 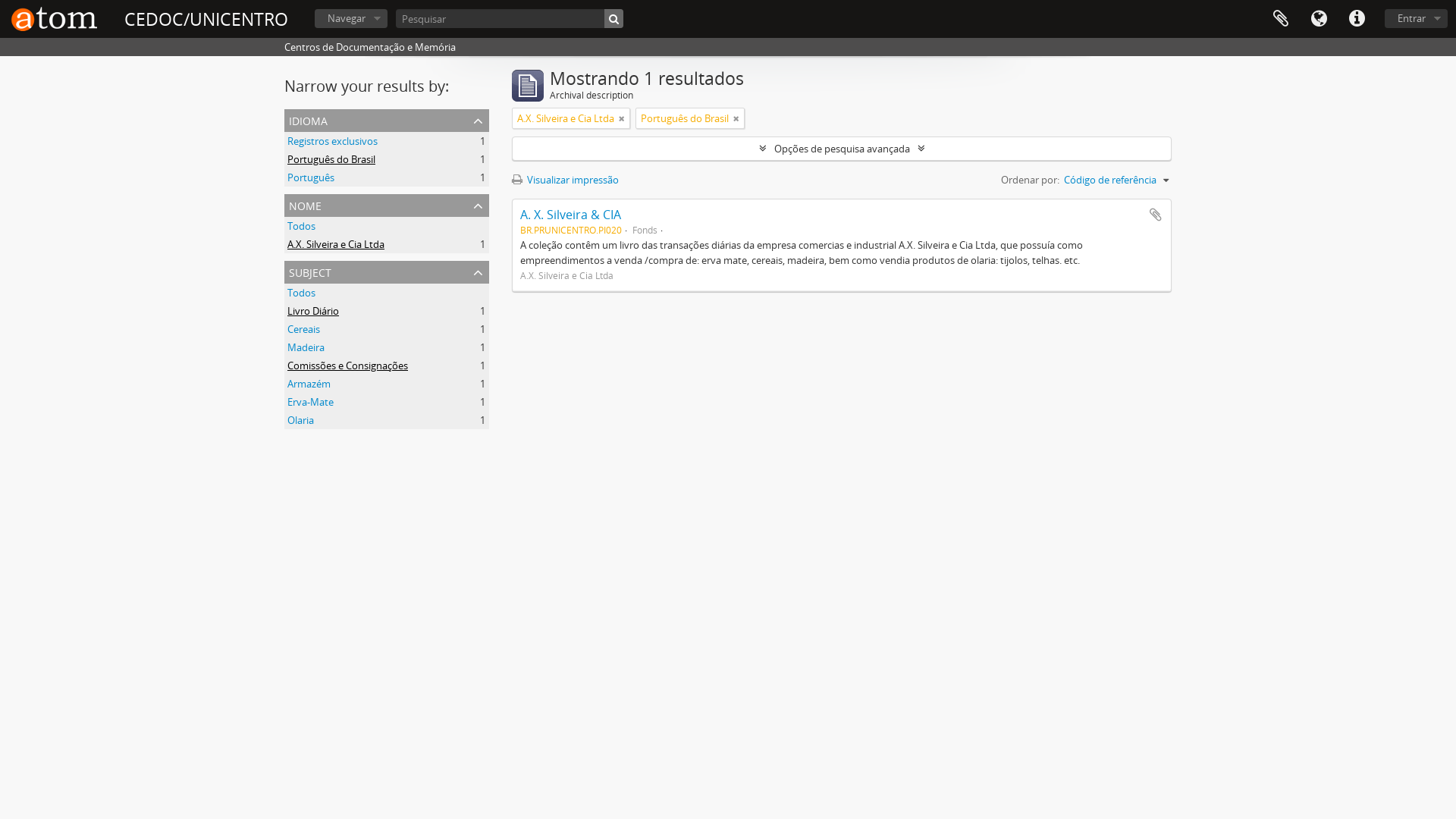 I want to click on 'Navegar', so click(x=313, y=18).